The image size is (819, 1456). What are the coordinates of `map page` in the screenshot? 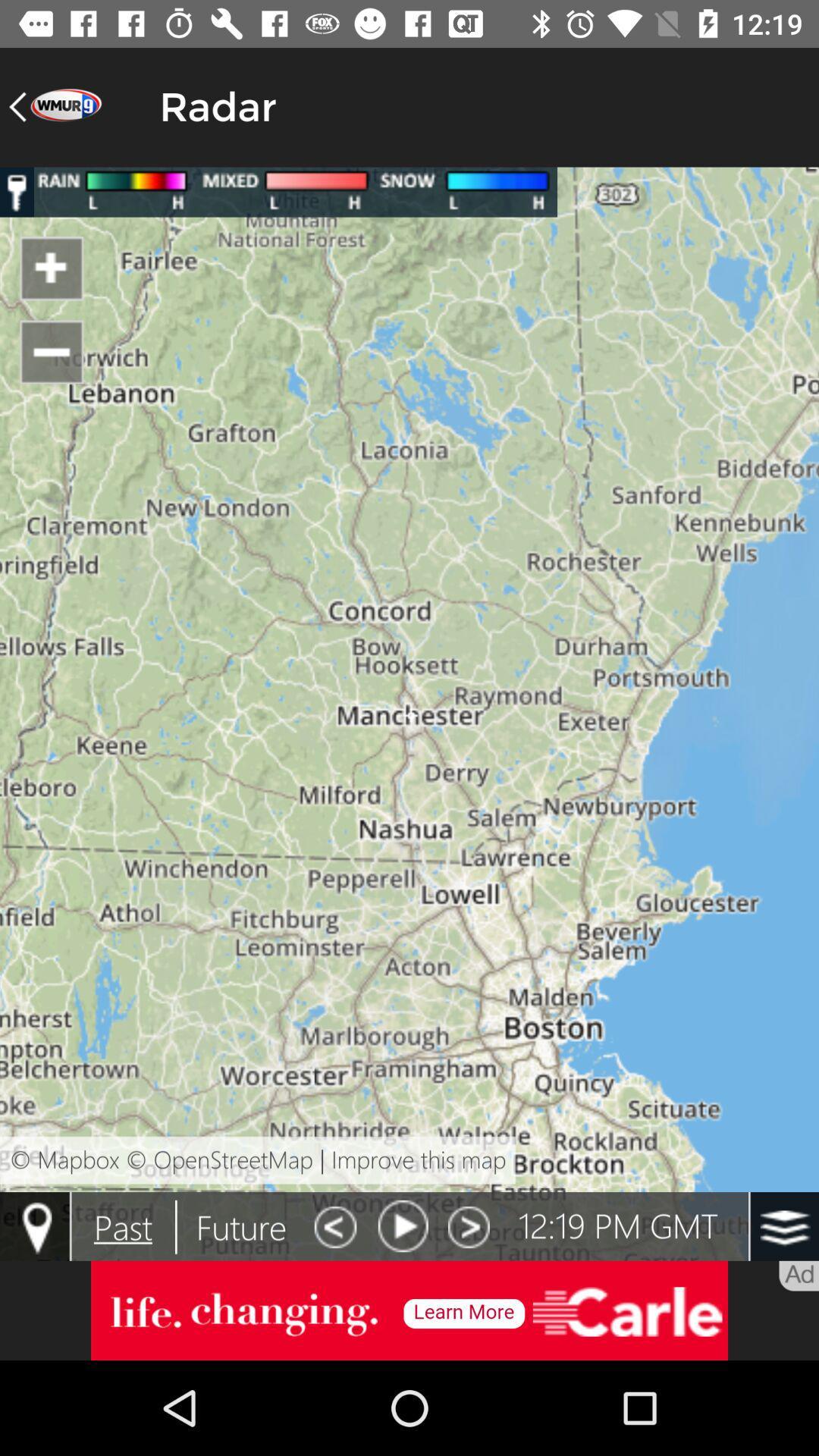 It's located at (409, 713).